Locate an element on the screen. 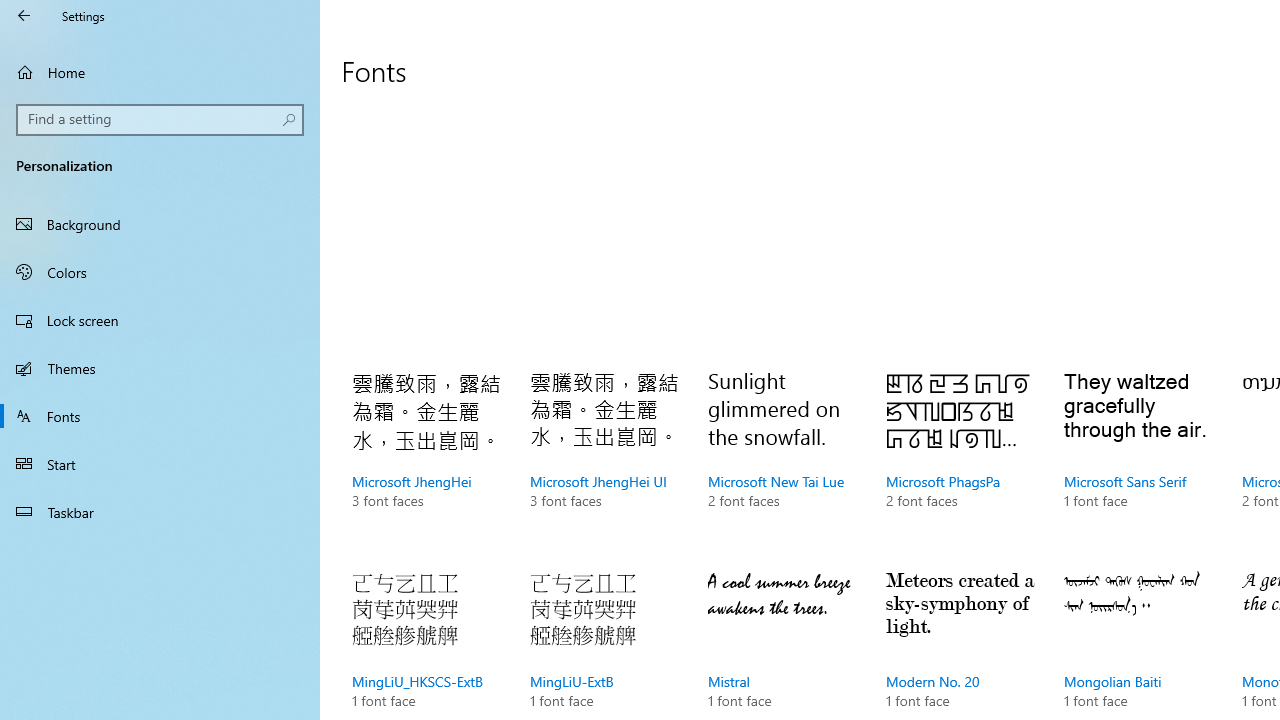 The width and height of the screenshot is (1280, 720). 'Fonts' is located at coordinates (160, 414).